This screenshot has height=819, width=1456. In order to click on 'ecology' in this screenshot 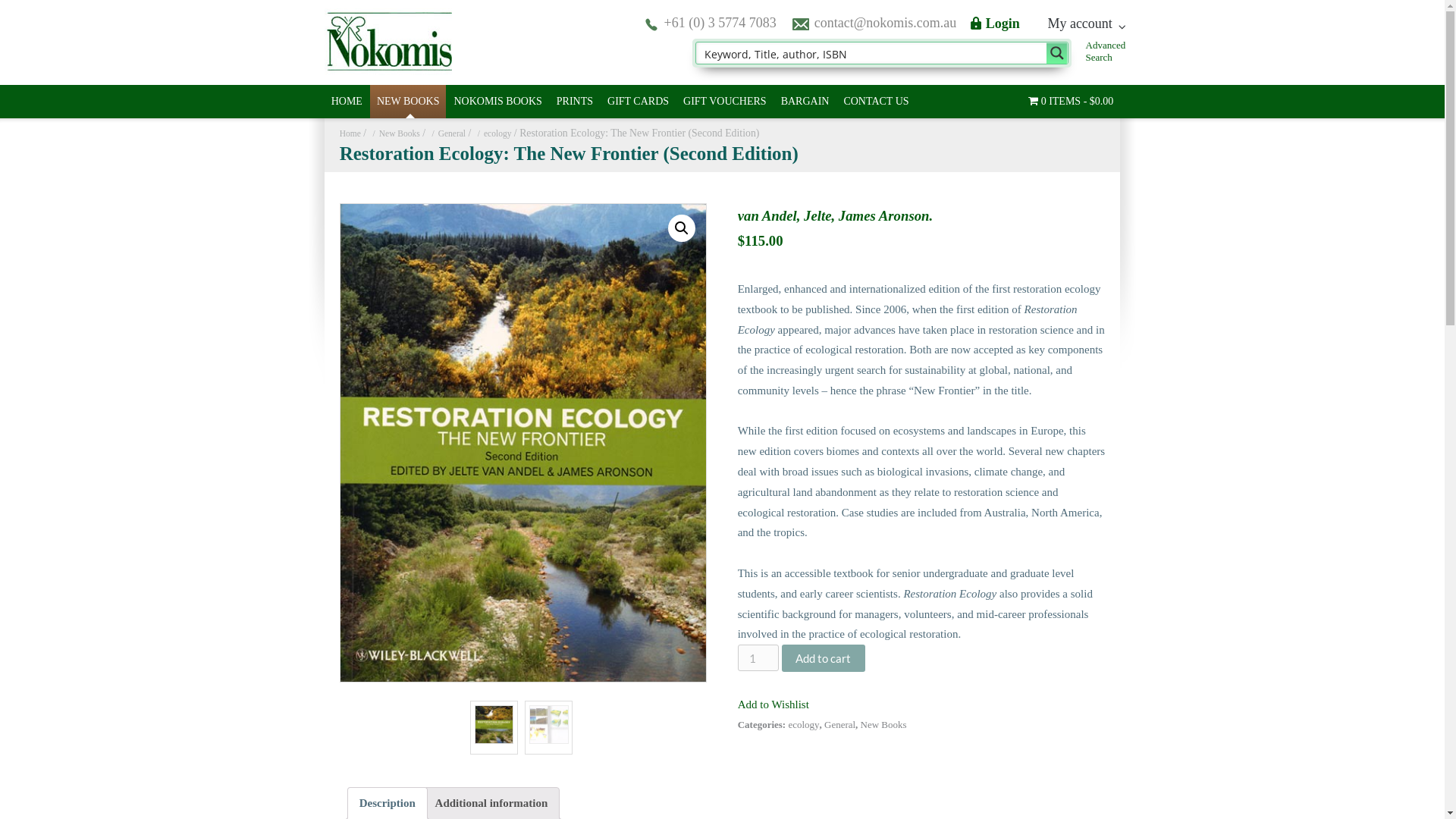, I will do `click(492, 133)`.